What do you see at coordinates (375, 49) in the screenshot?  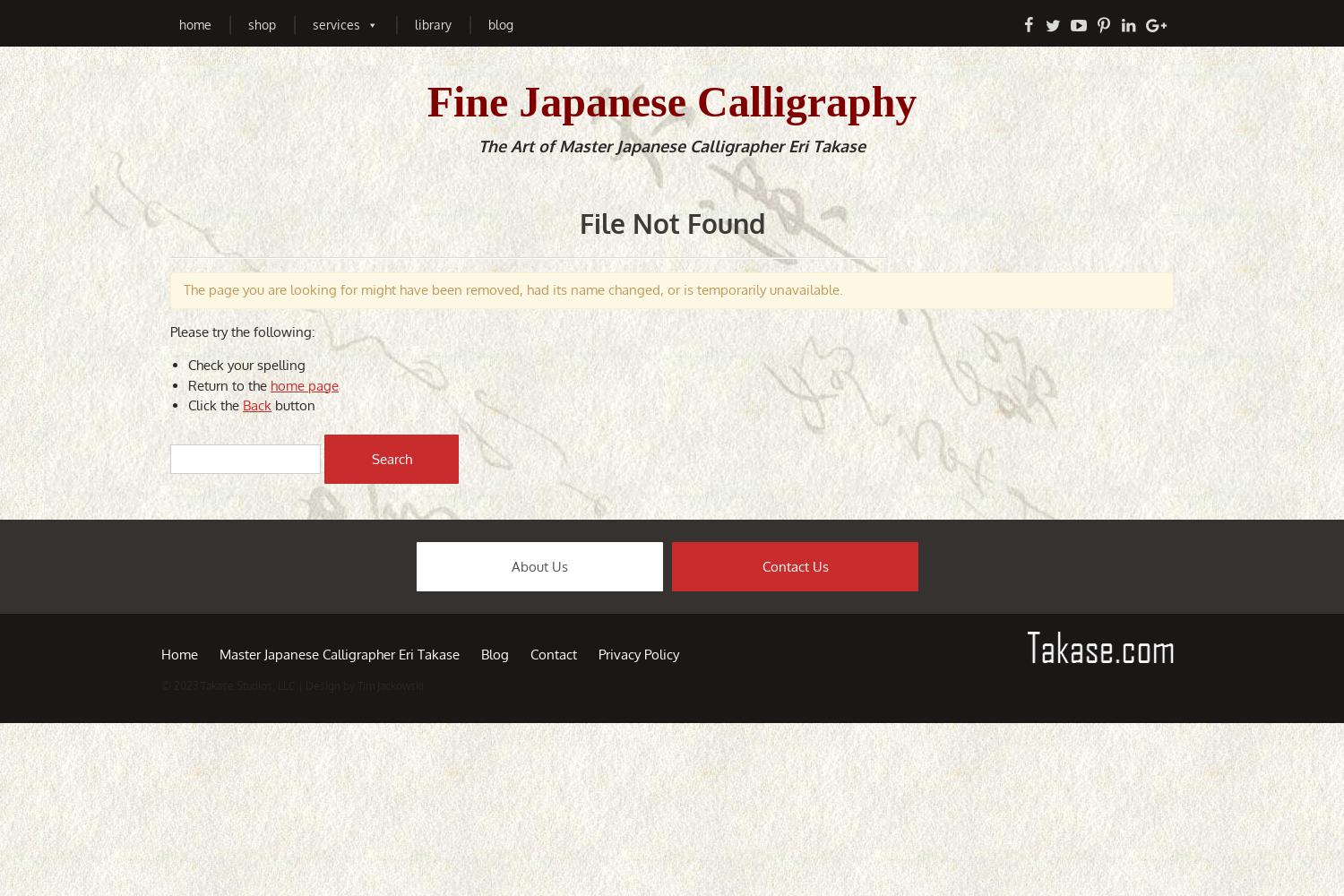 I see `'Japanese Calligraphy Art'` at bounding box center [375, 49].